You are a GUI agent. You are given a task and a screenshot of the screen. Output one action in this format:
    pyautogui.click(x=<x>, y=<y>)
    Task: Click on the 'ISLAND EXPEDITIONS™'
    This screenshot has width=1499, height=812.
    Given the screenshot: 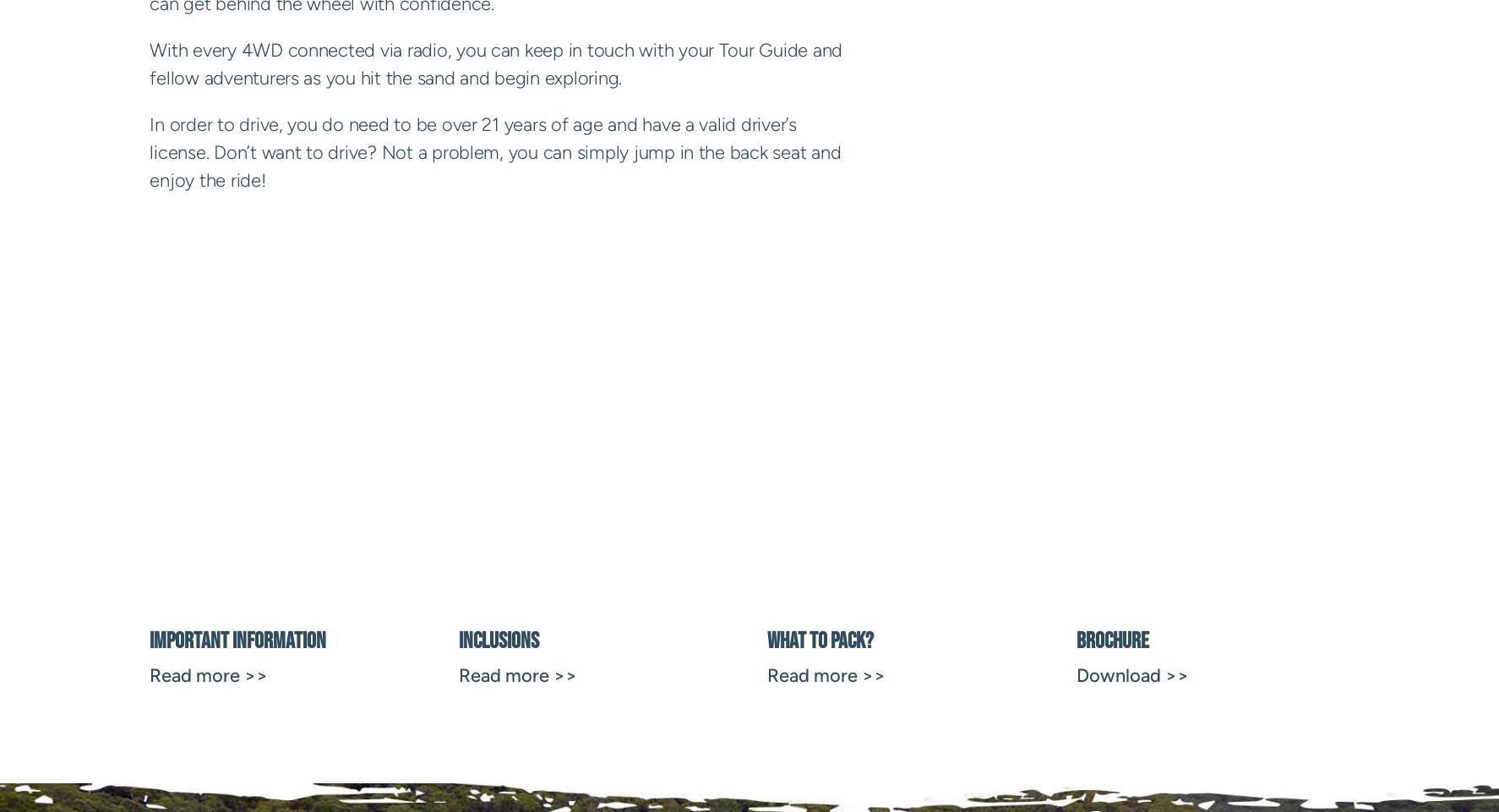 What is the action you would take?
    pyautogui.click(x=271, y=466)
    